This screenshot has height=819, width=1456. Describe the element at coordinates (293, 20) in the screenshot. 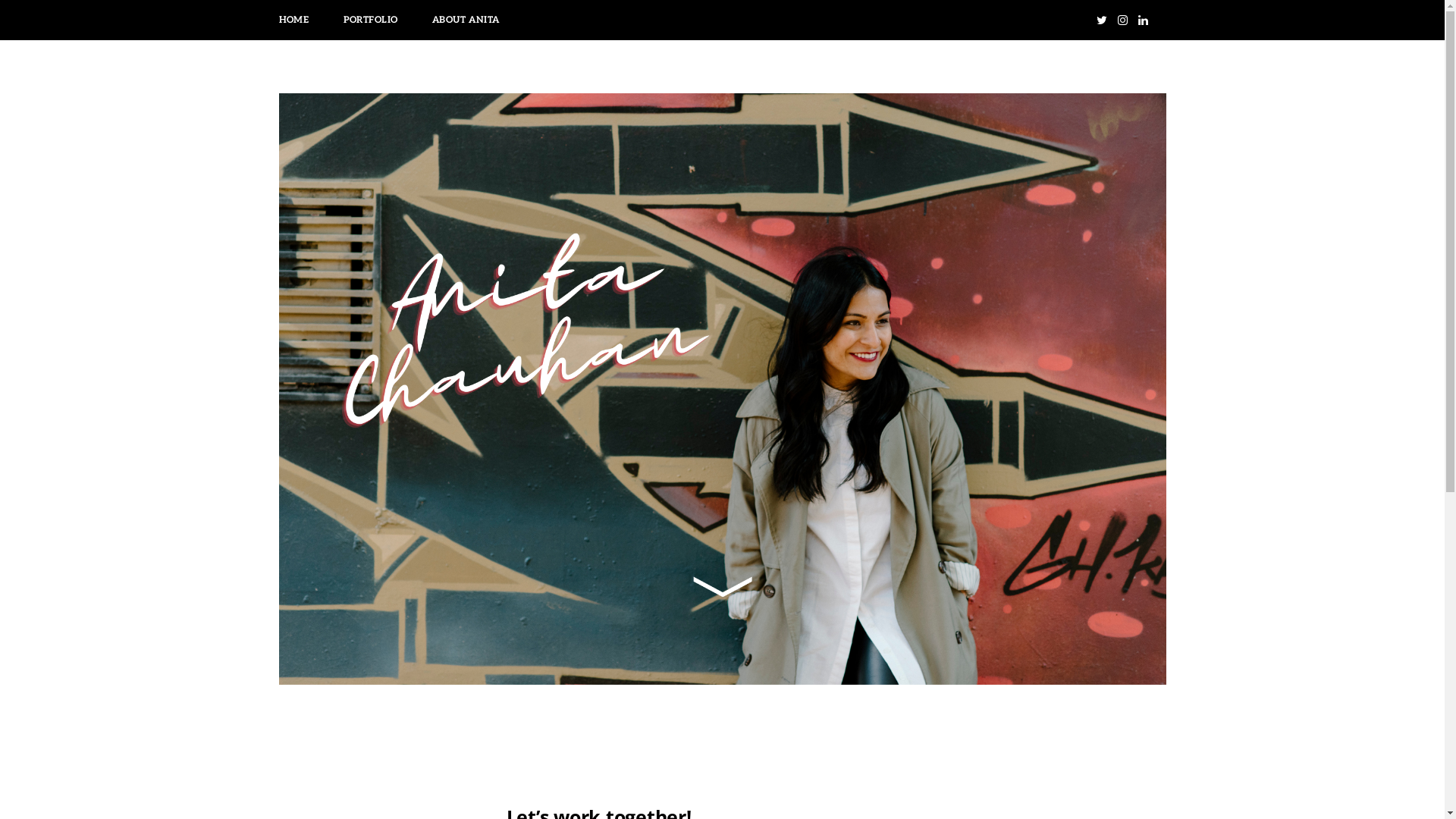

I see `'HOME'` at that location.